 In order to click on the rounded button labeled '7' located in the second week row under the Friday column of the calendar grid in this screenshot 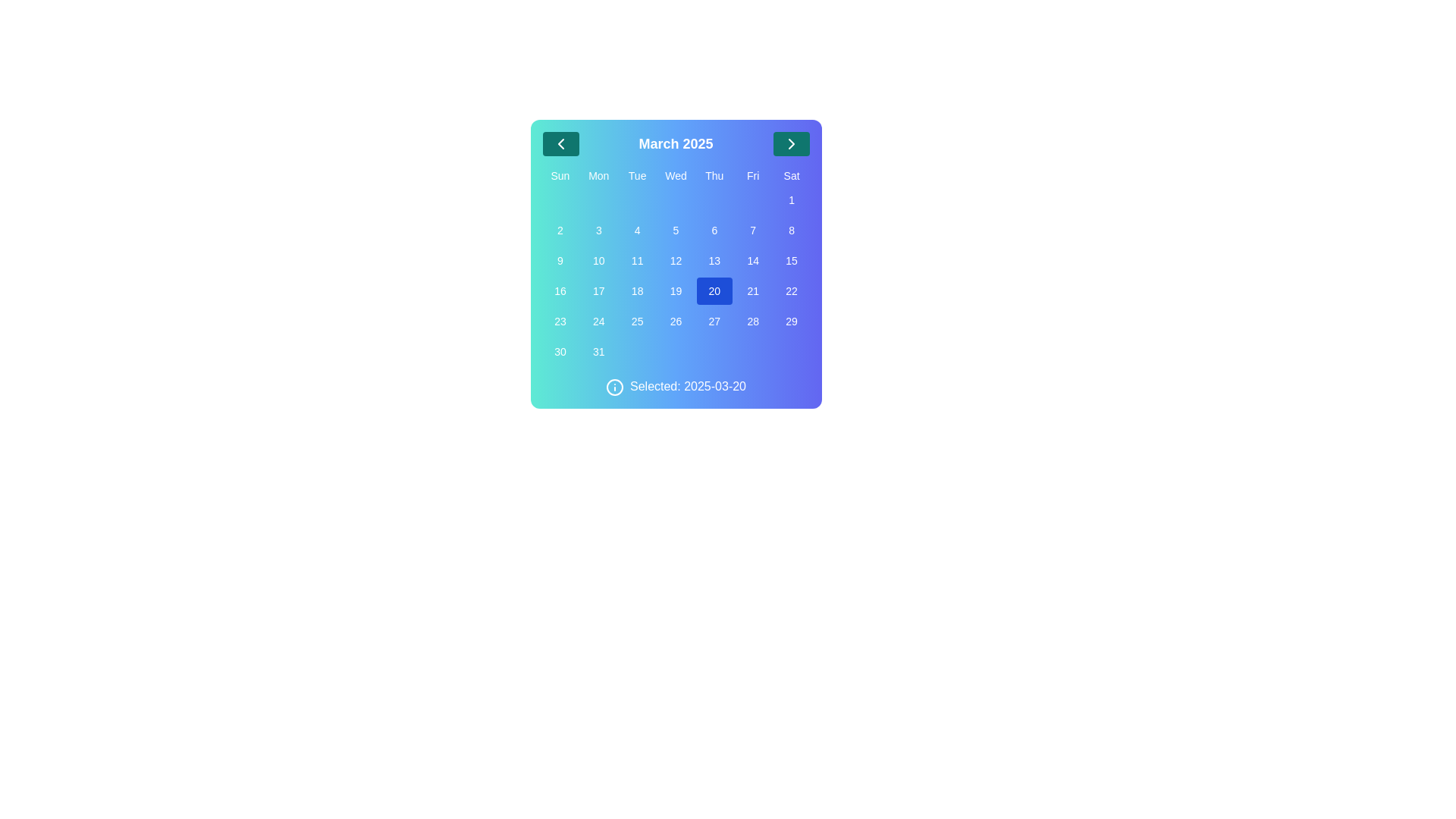, I will do `click(753, 231)`.